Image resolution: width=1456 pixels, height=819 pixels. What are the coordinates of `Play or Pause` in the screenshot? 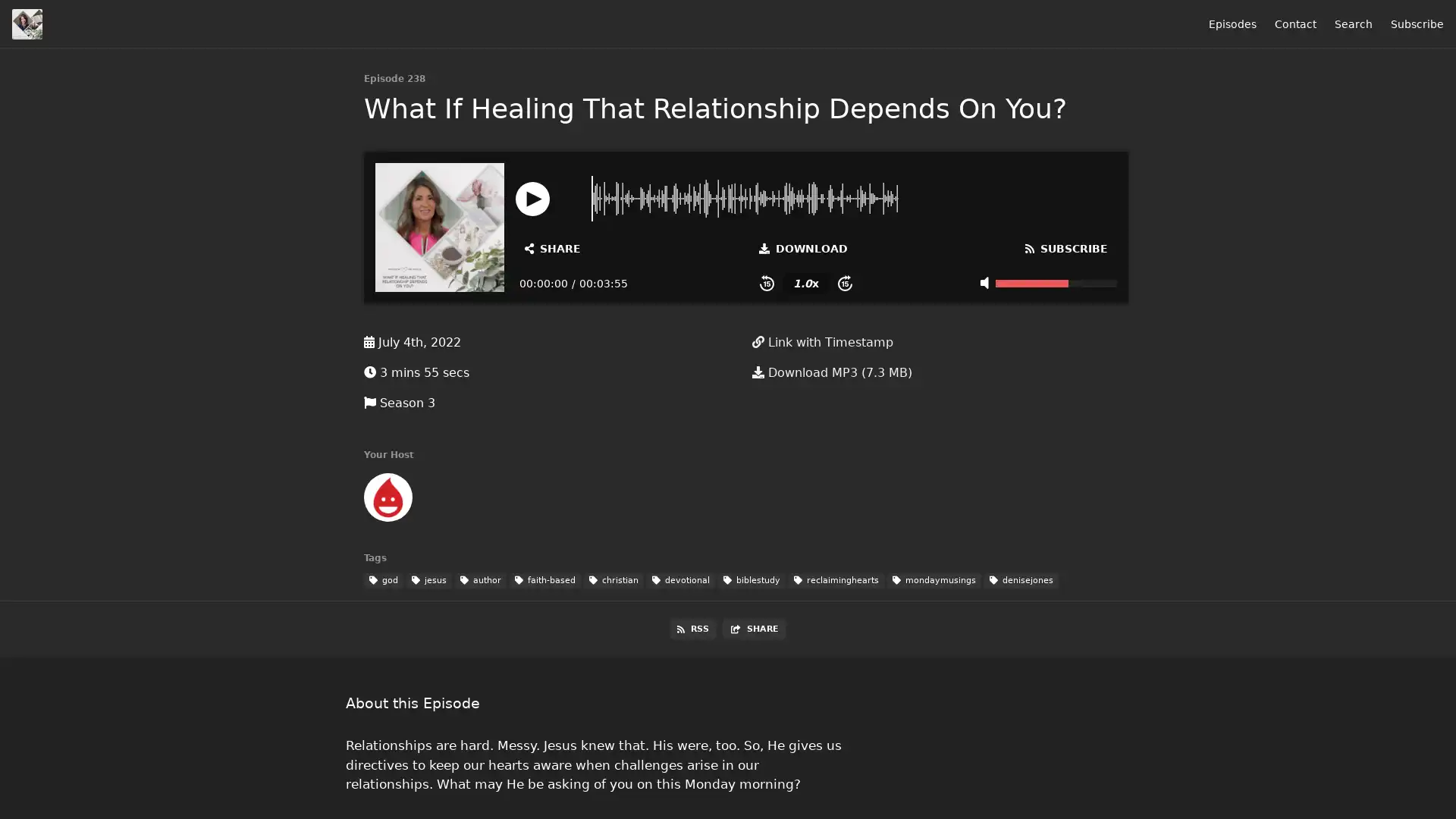 It's located at (532, 197).